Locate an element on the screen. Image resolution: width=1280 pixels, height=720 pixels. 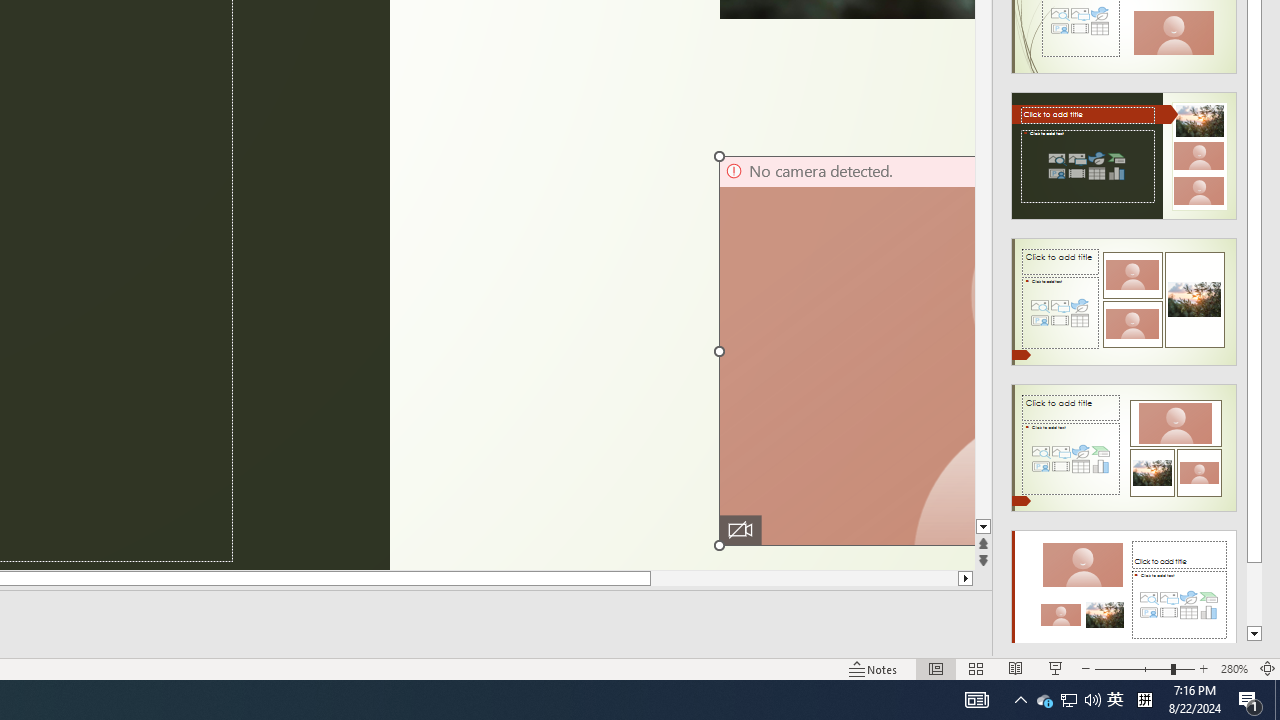
'Design Idea' is located at coordinates (1124, 586).